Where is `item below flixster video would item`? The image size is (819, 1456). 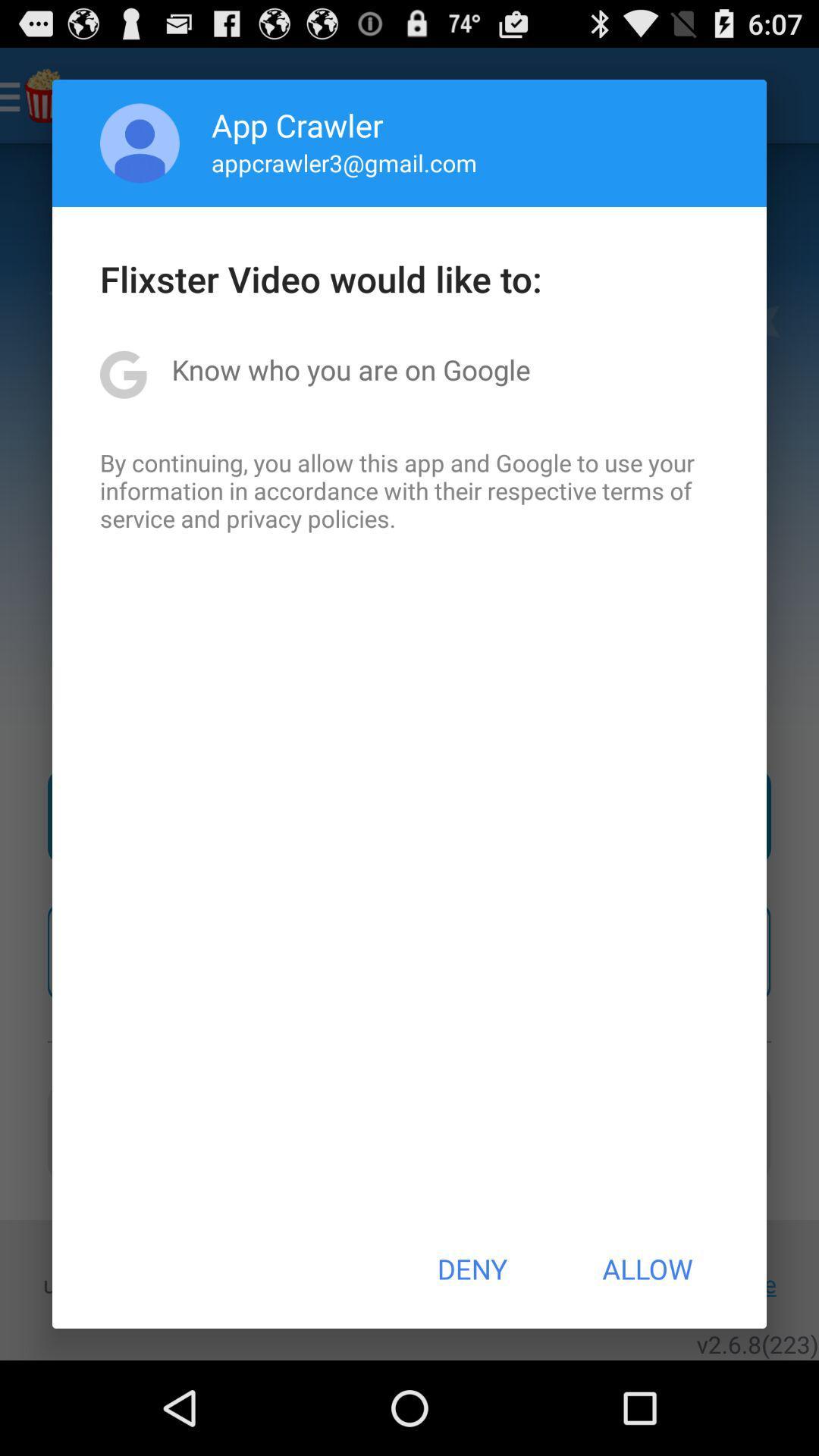 item below flixster video would item is located at coordinates (351, 369).